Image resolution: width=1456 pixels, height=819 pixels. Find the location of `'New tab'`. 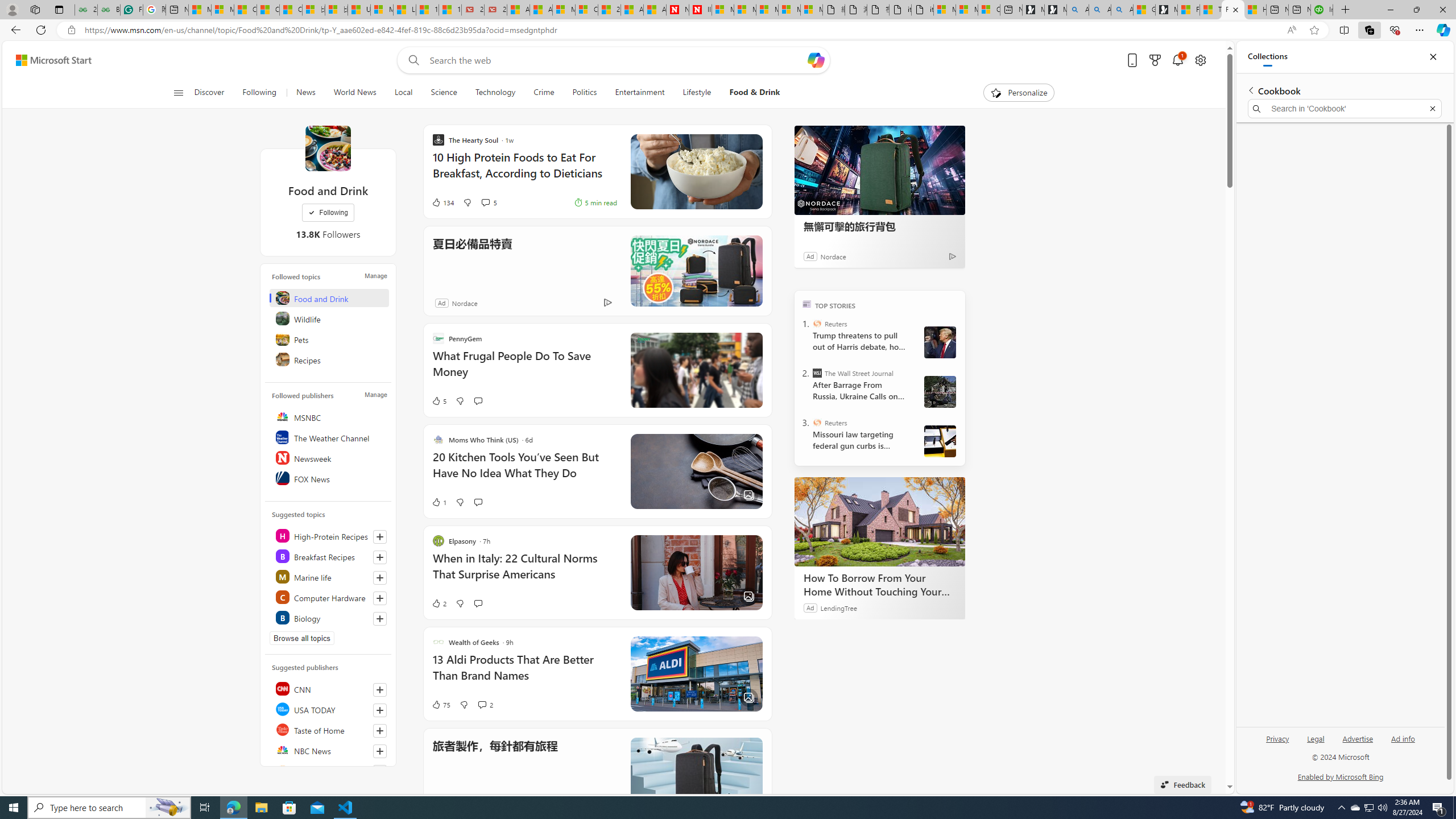

'New tab' is located at coordinates (1300, 9).